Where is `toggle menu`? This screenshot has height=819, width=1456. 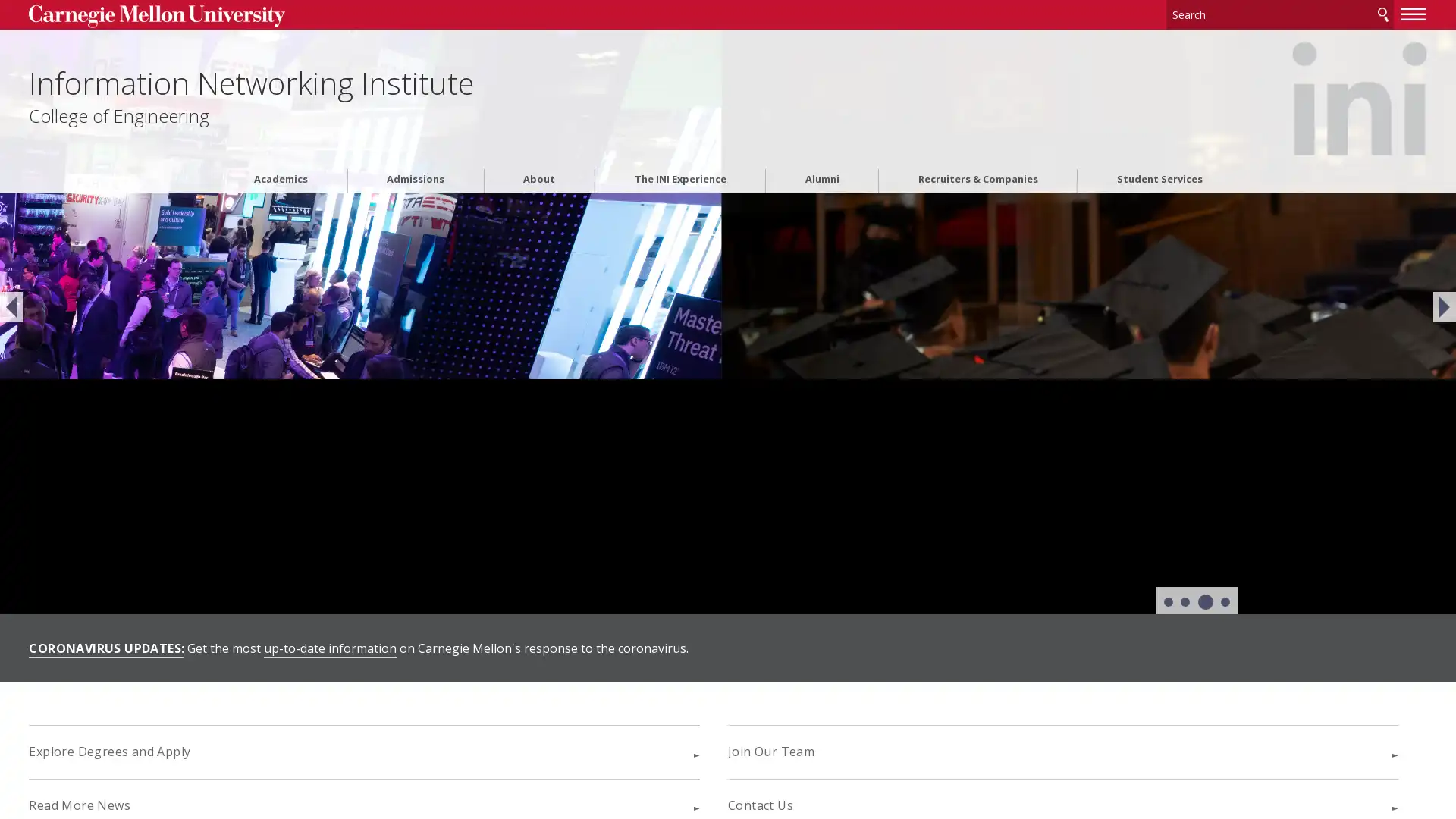
toggle menu is located at coordinates (1223, 14).